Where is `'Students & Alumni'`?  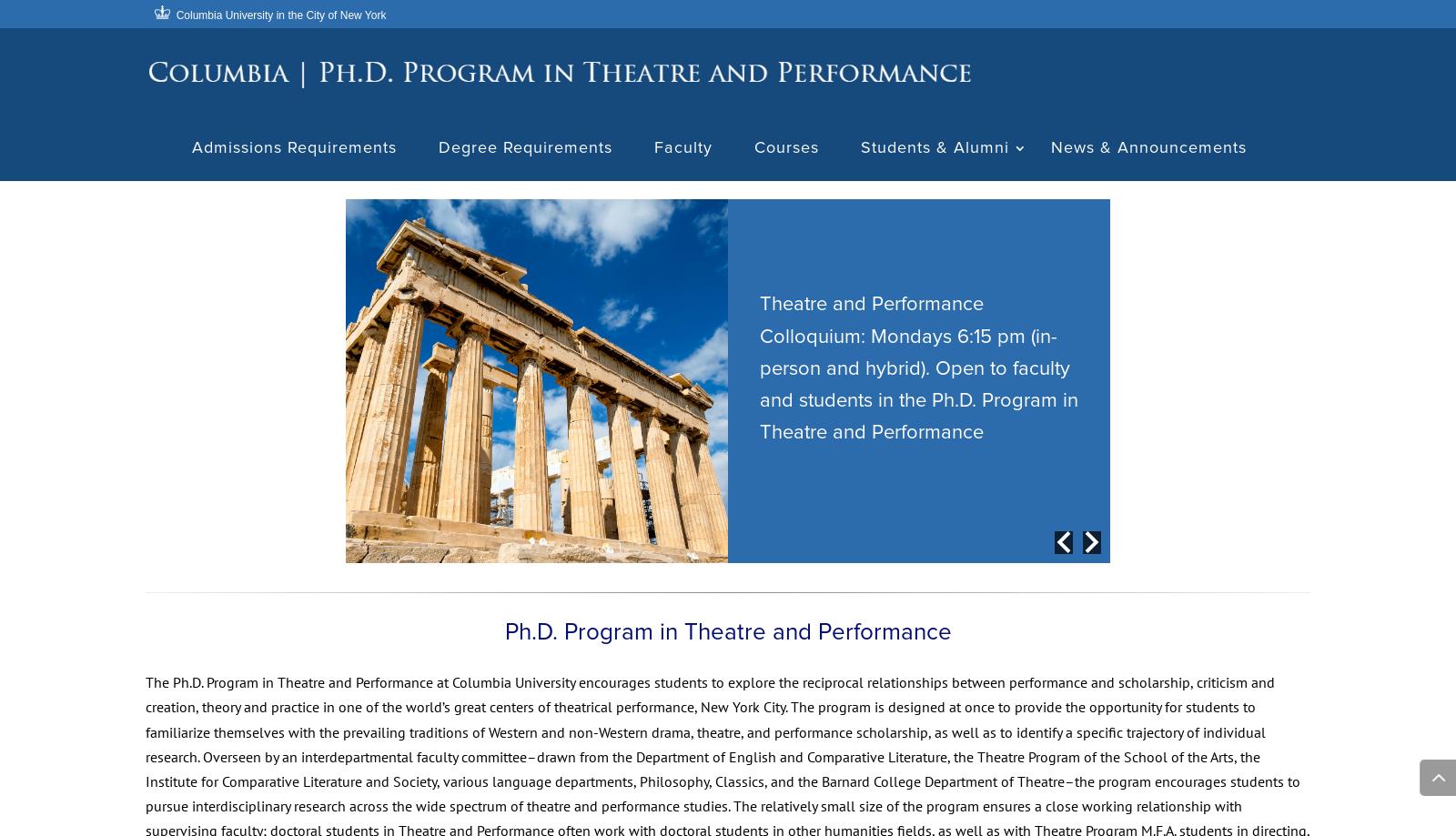 'Students & Alumni' is located at coordinates (935, 151).